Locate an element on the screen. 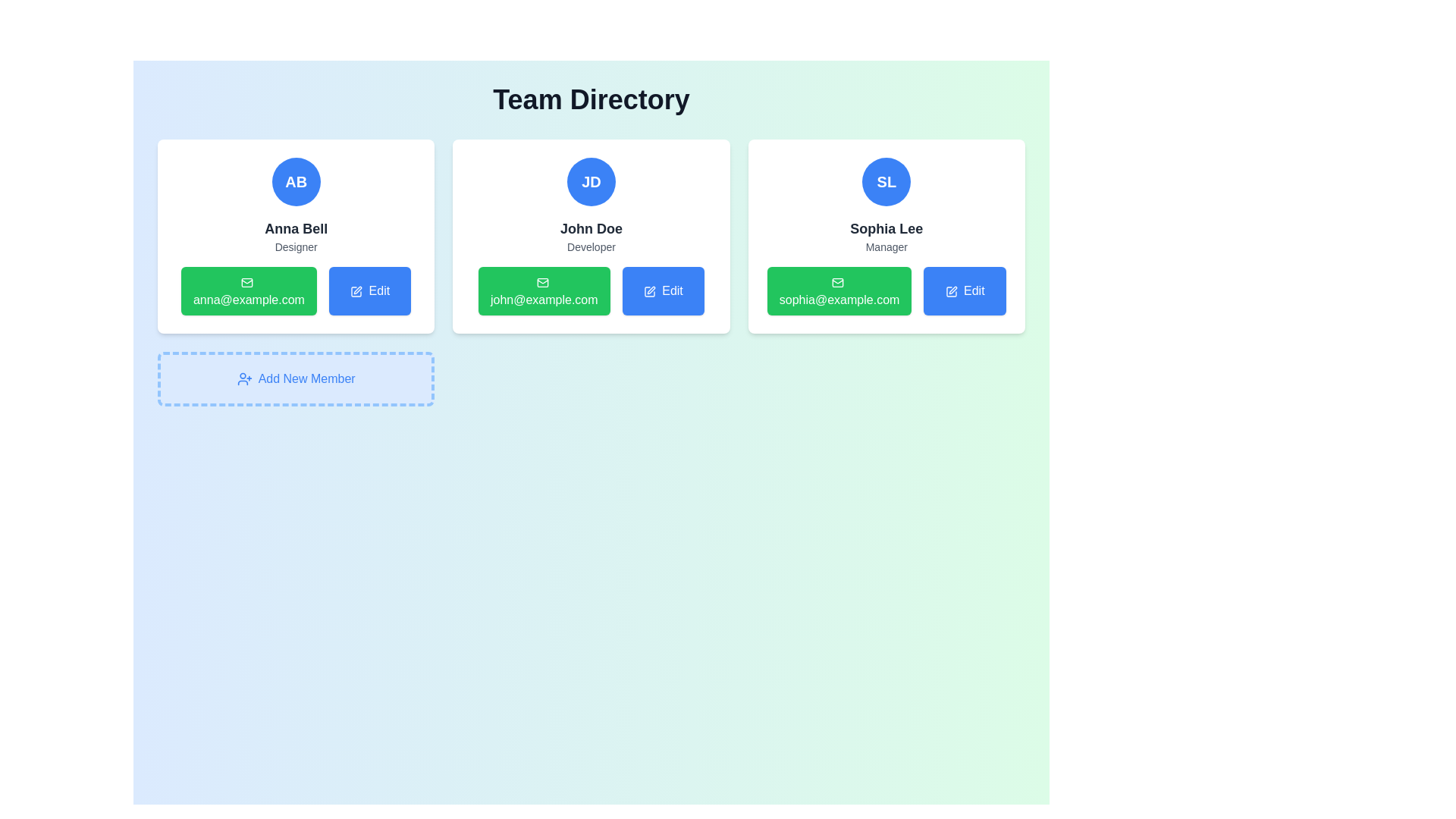  the pen icon located on the right-hand side of the 'Edit' button for 'Sophia Lee' is located at coordinates (950, 291).